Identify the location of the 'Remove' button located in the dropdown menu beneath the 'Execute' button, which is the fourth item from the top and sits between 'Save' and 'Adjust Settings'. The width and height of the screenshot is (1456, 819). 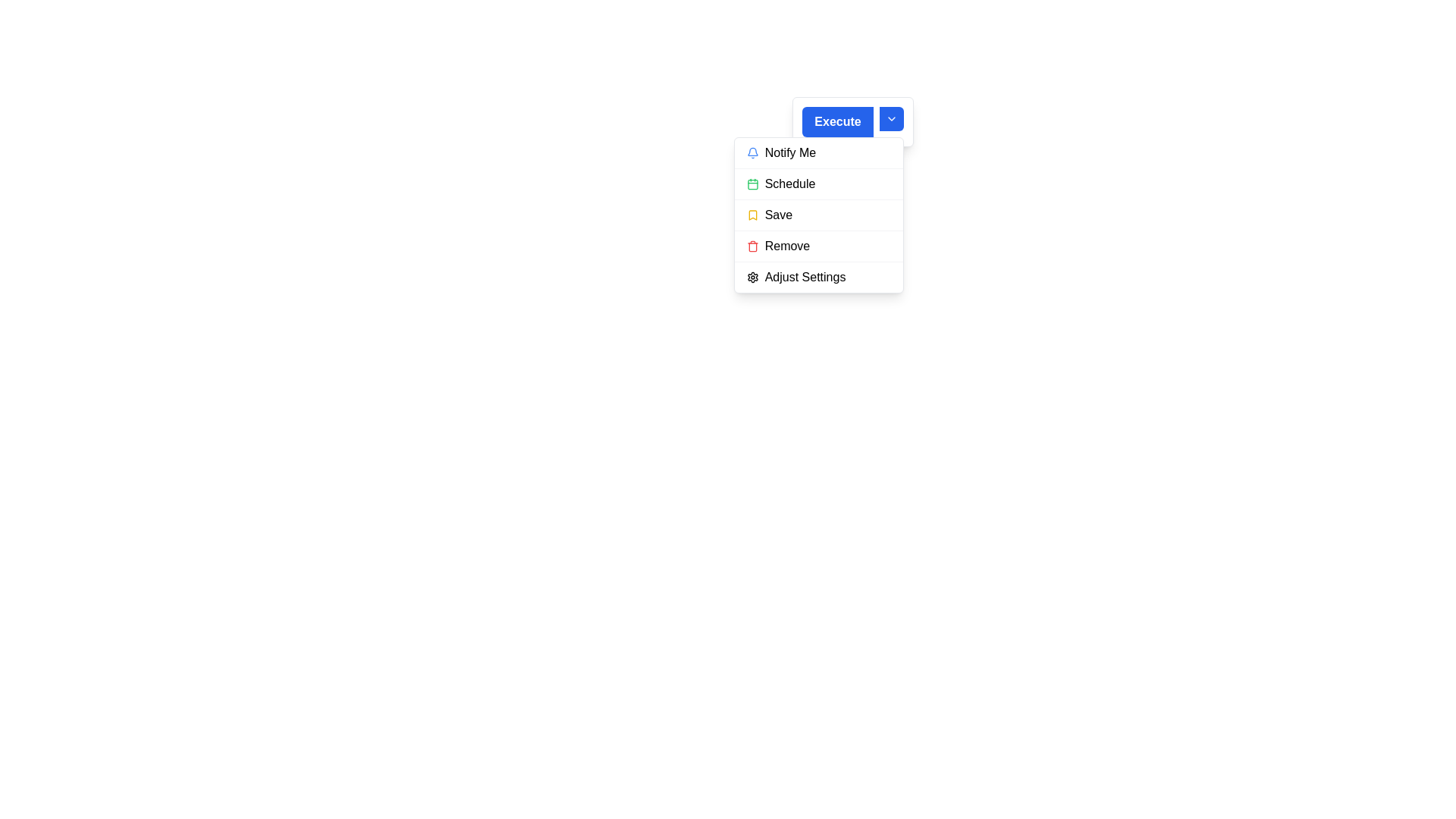
(817, 245).